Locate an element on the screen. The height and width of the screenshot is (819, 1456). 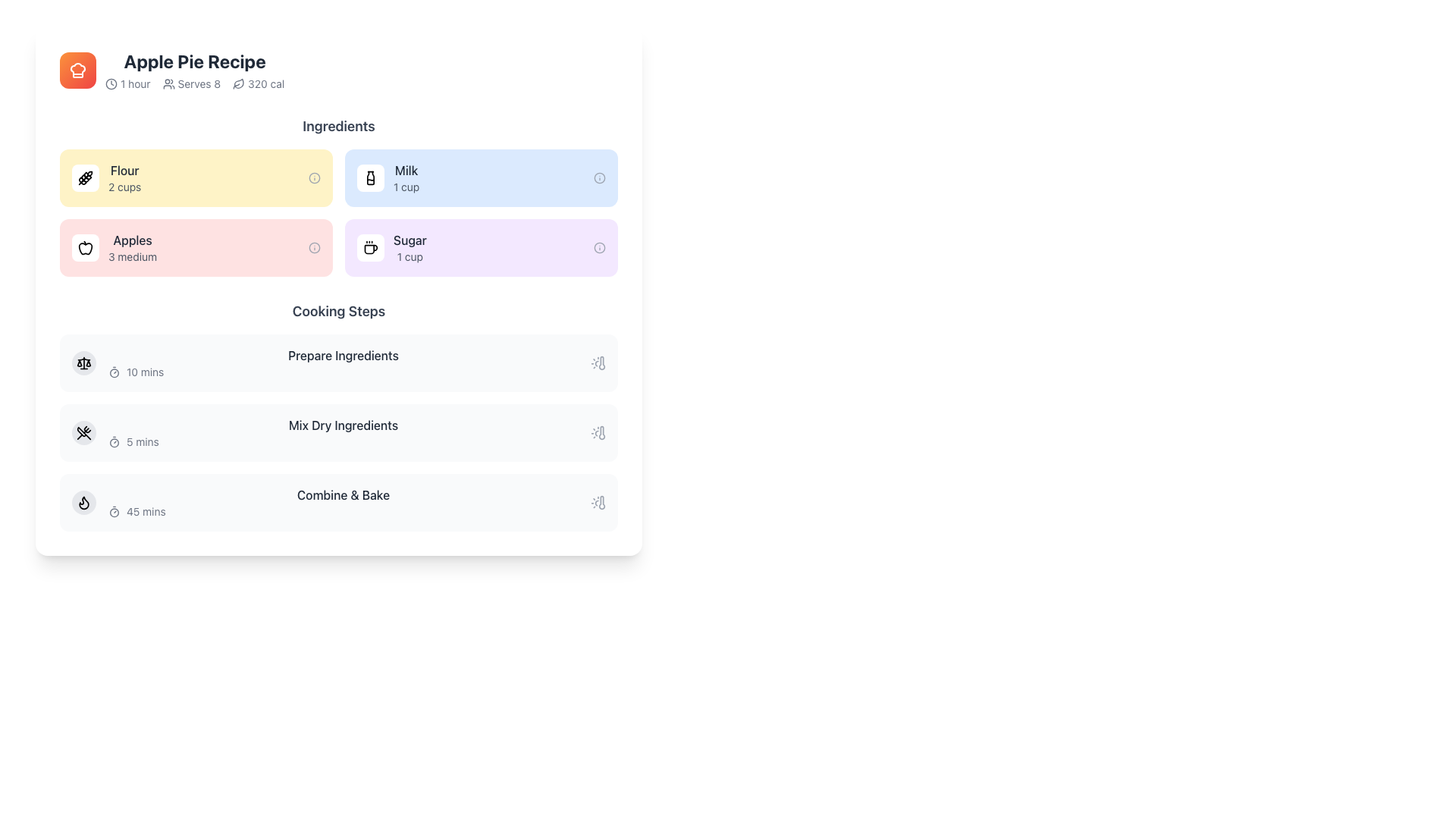
the text label '2 cups' which specifies the quantity of the ingredient 'Flour', located in the upper left of the 'Ingredients' section under 'Flour' is located at coordinates (124, 186).